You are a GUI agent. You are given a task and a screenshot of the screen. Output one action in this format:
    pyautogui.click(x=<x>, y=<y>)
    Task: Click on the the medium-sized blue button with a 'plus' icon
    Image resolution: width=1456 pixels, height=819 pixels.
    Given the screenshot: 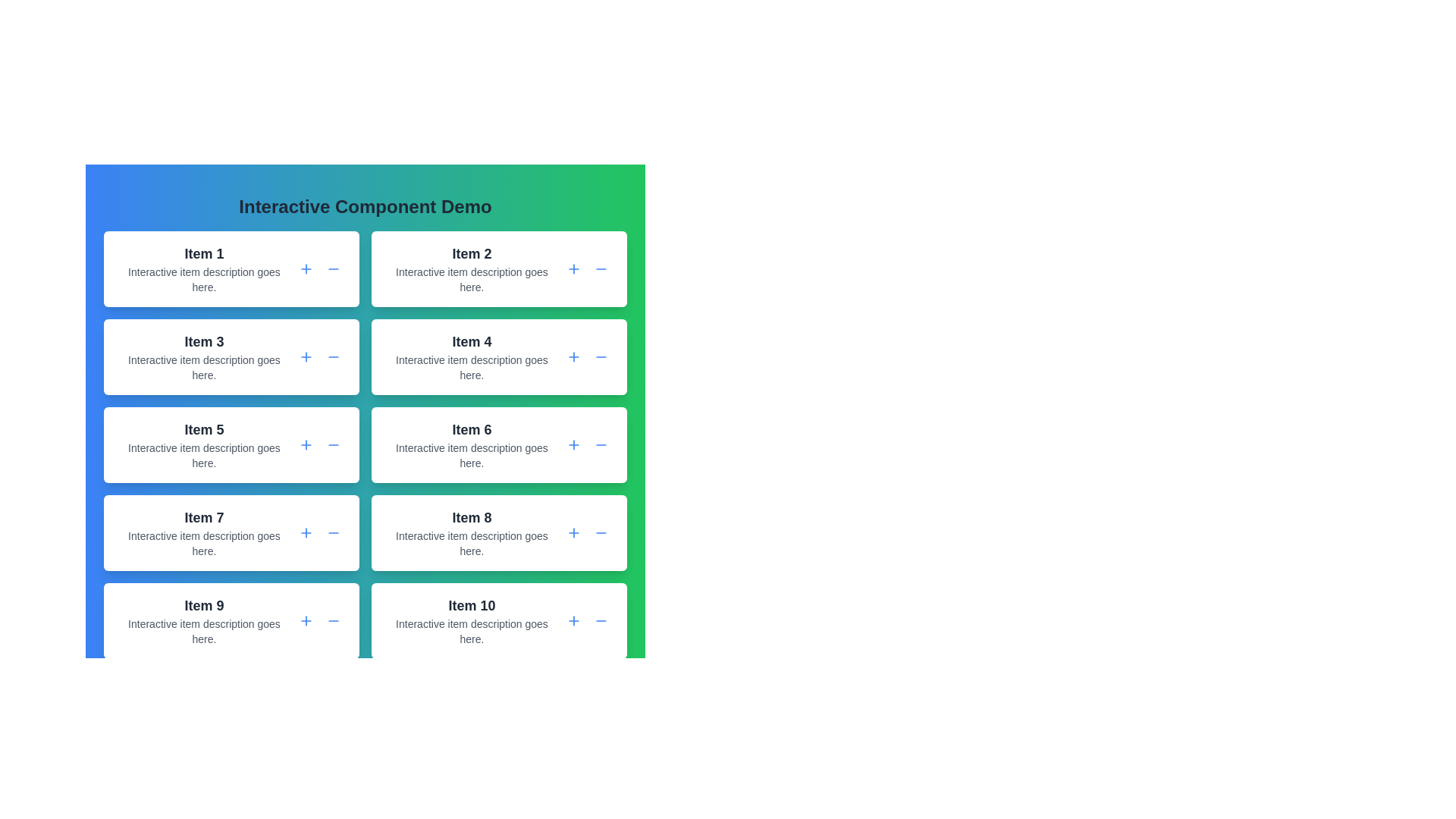 What is the action you would take?
    pyautogui.click(x=573, y=268)
    